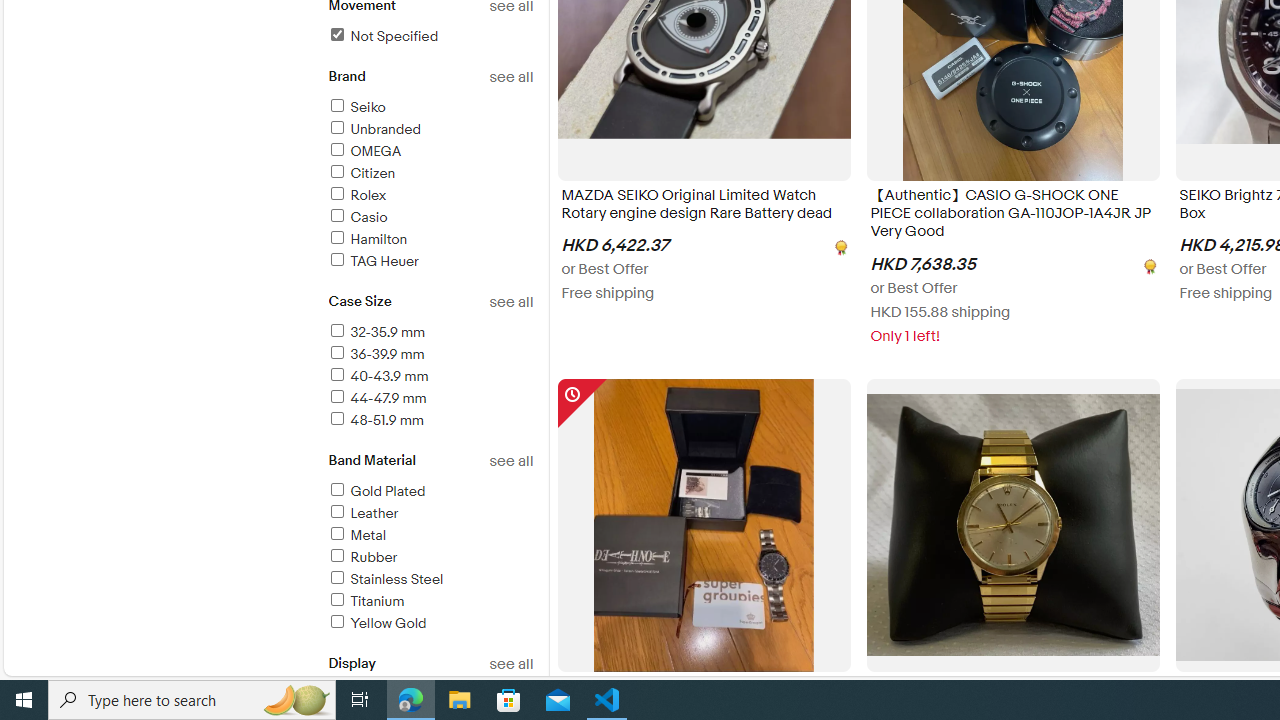  What do you see at coordinates (429, 130) in the screenshot?
I see `'Unbranded'` at bounding box center [429, 130].